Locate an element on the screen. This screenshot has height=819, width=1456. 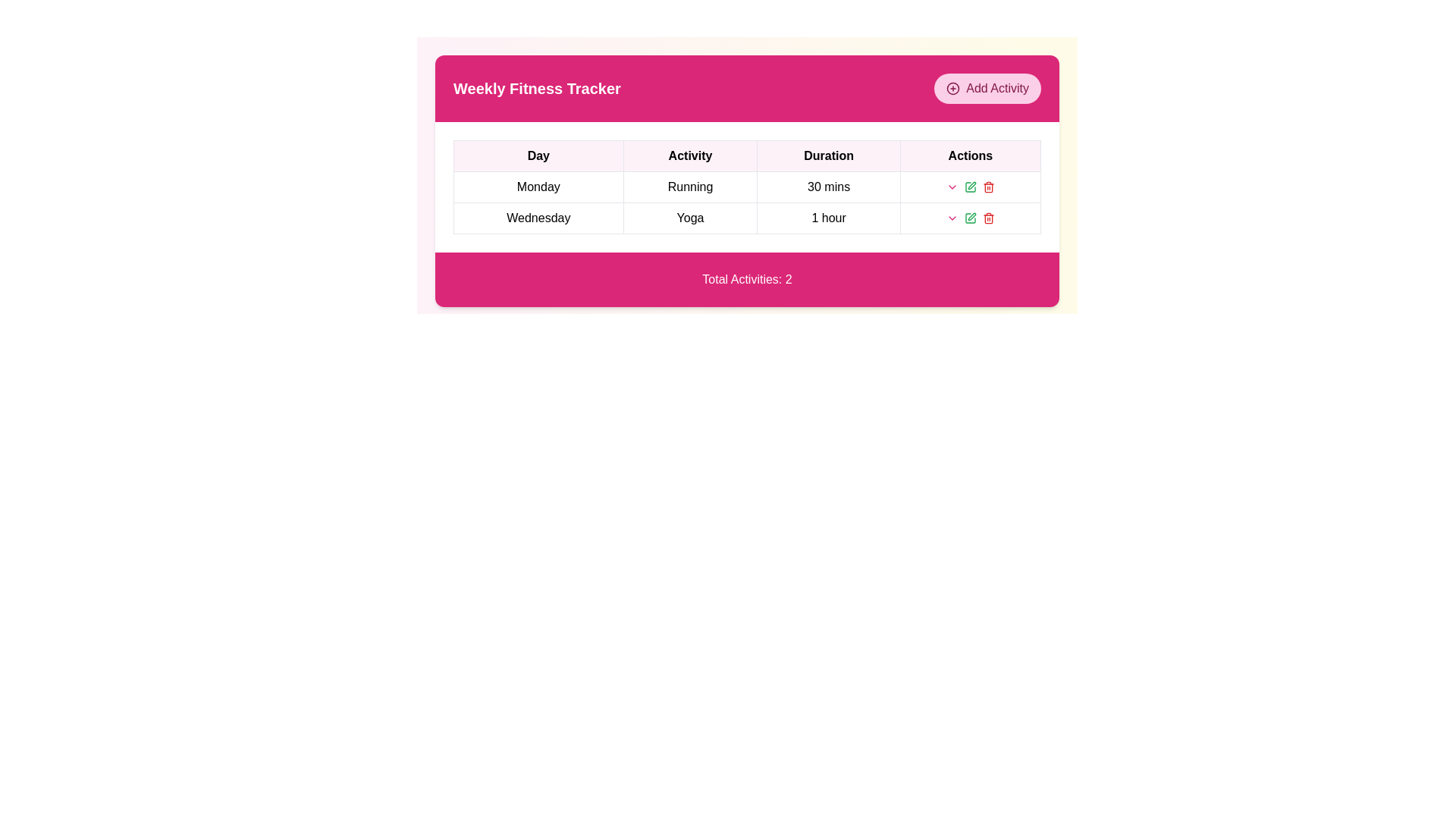
the first interactive icon in the 'Actions' column of the table row corresponding to the 'Yoga' activity is located at coordinates (951, 186).